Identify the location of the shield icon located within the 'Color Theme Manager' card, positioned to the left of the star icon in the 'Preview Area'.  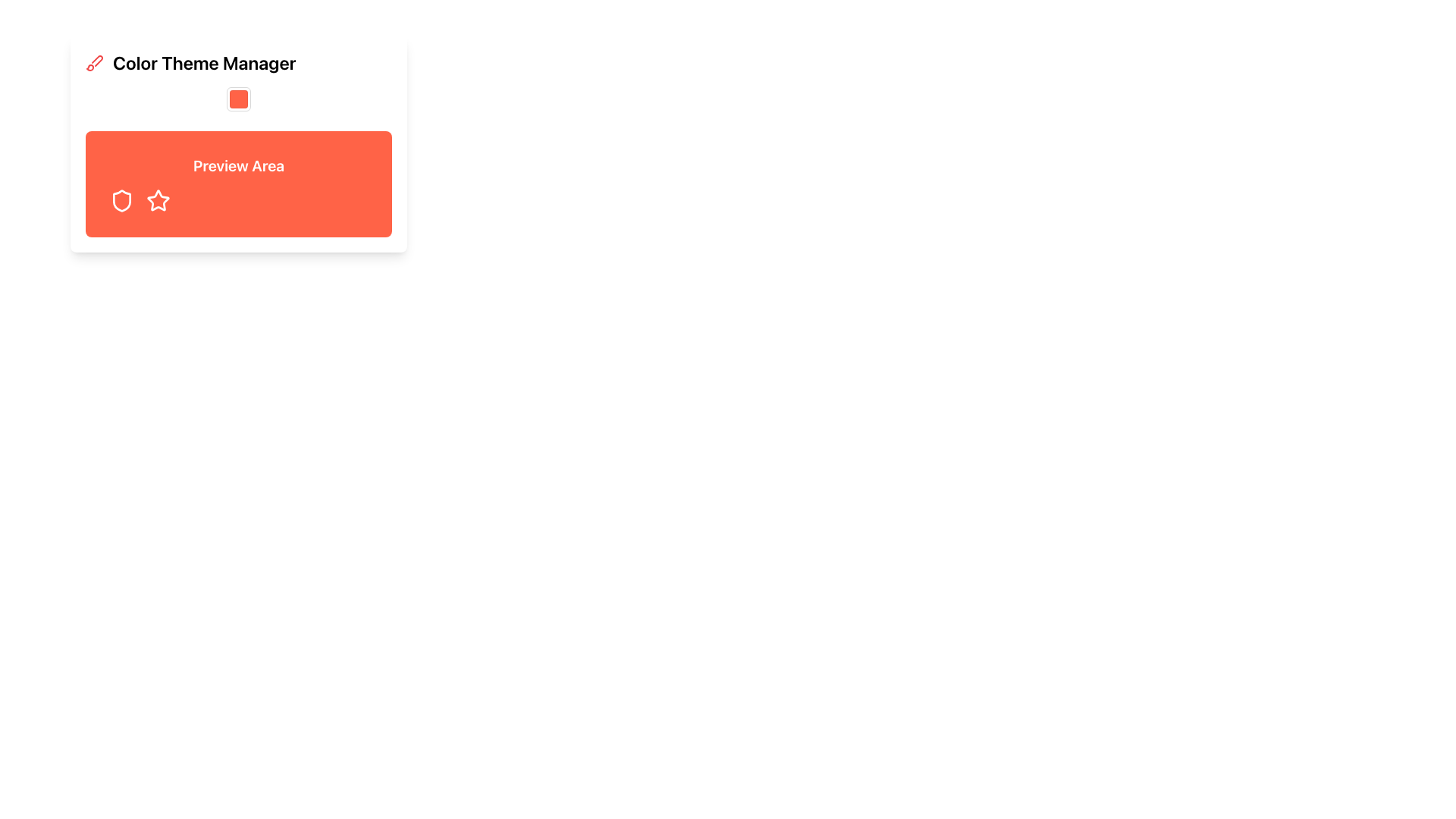
(122, 200).